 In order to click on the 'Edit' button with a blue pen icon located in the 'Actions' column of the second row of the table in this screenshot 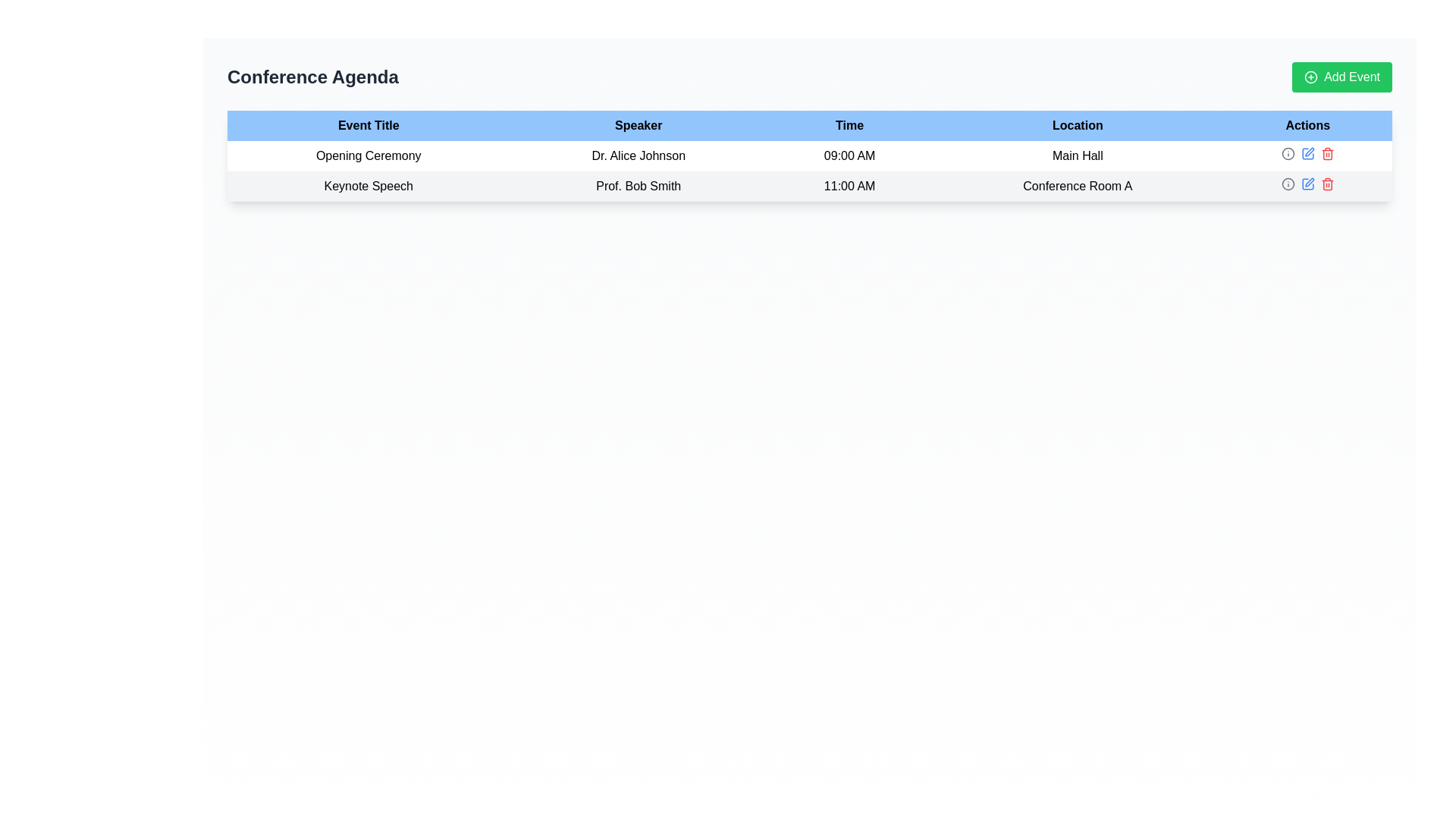, I will do `click(1307, 184)`.